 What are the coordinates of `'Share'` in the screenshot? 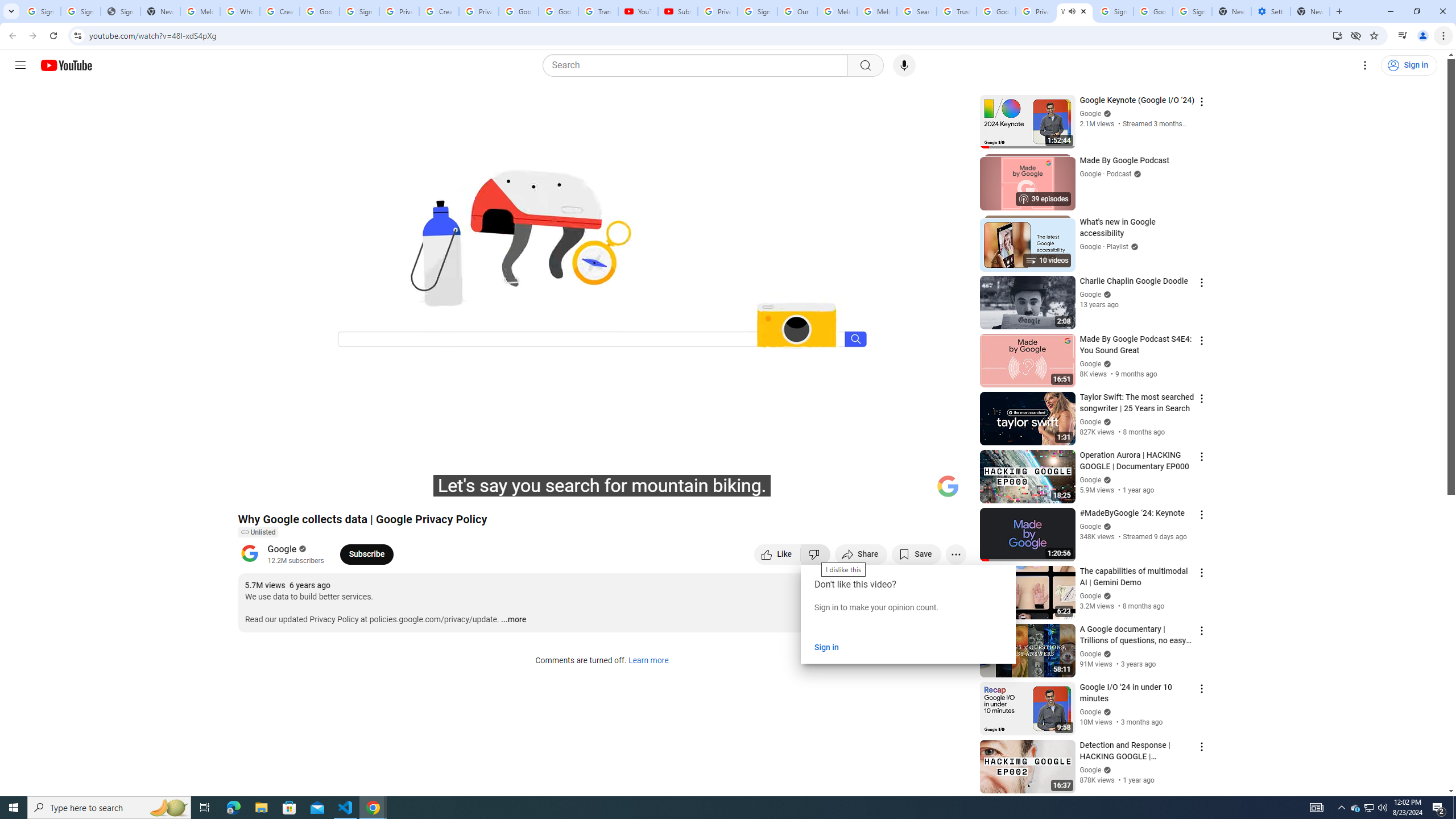 It's located at (861, 553).